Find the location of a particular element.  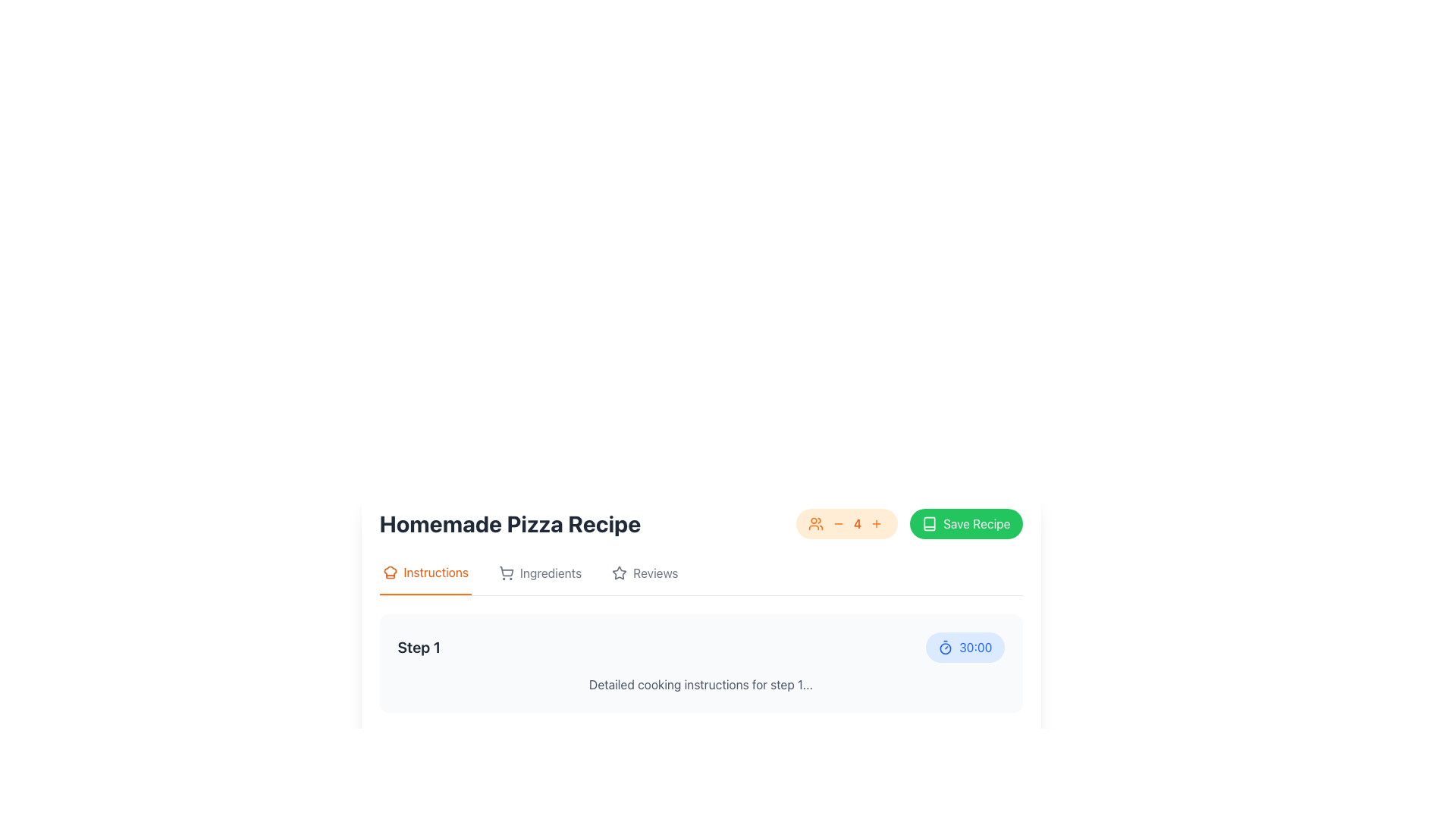

the decorative icon representing the 'Save Recipe' button, which is located inside a green rectangular button in the top-right section of the interface is located at coordinates (929, 522).